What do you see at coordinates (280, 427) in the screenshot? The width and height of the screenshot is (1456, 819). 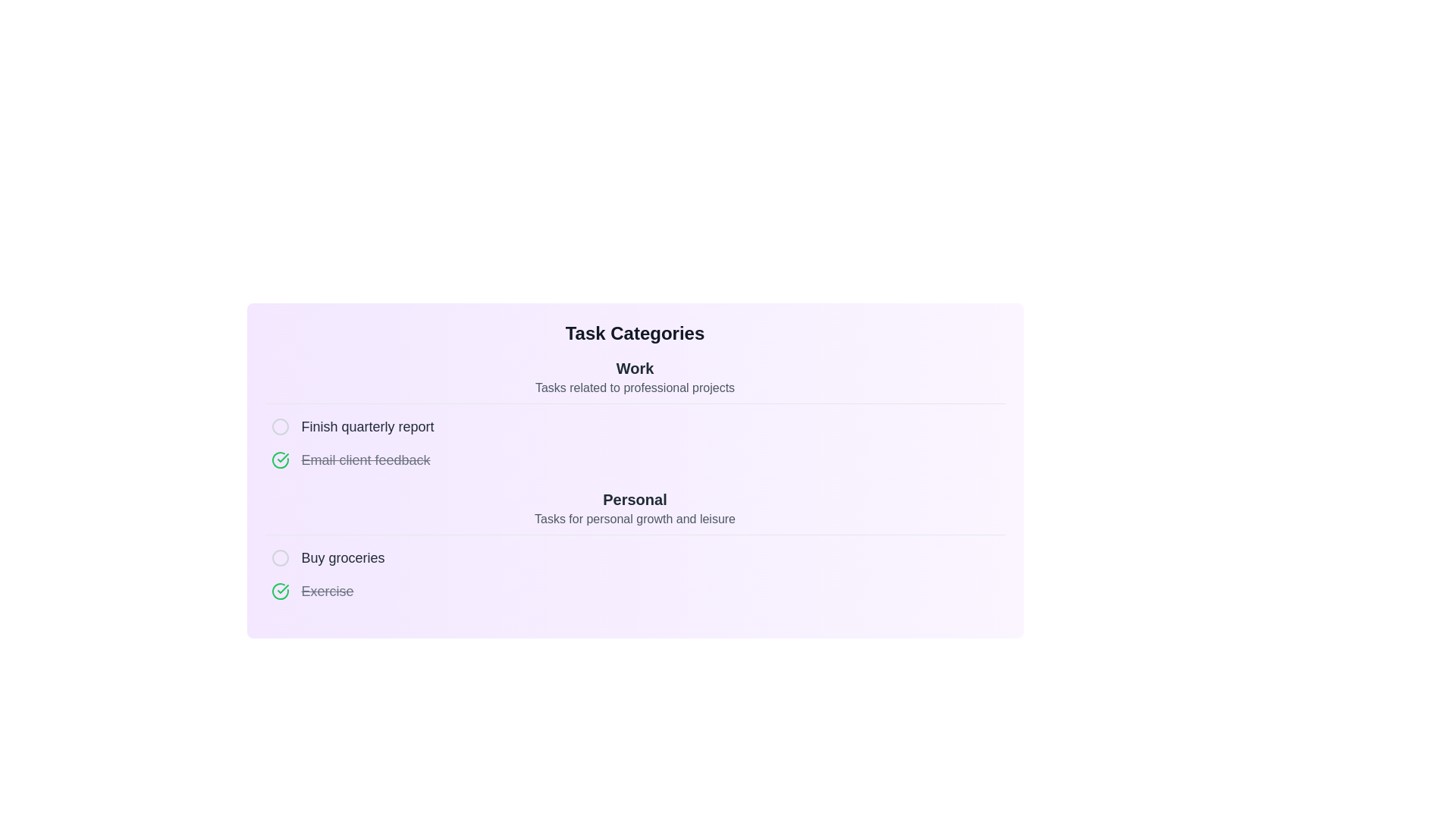 I see `the interactive checkbox located` at bounding box center [280, 427].